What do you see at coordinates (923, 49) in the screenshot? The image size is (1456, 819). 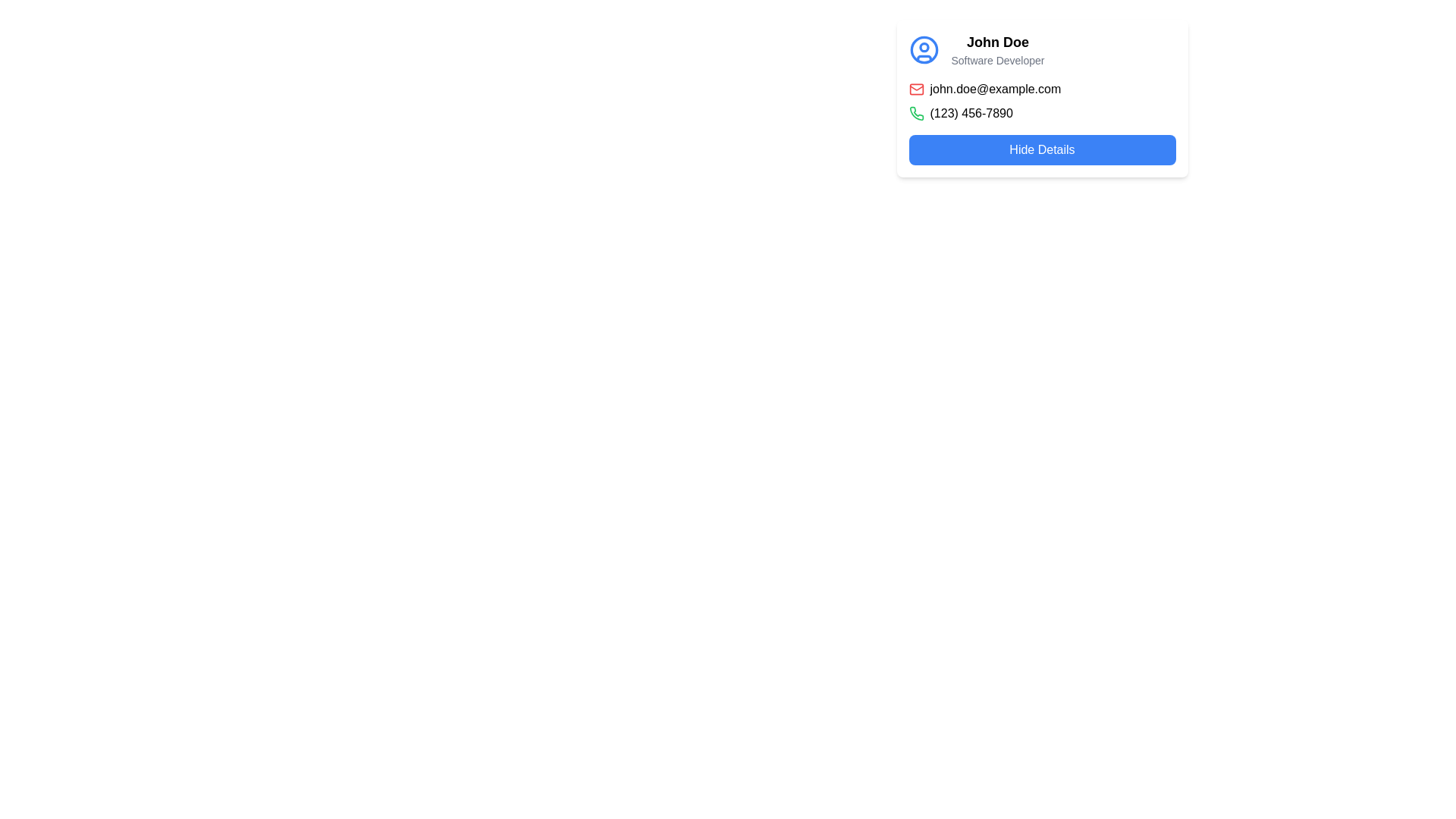 I see `the outer boundary circle of the user icon located at the top-left corner of the profile card beneath the 'John Doe' text` at bounding box center [923, 49].